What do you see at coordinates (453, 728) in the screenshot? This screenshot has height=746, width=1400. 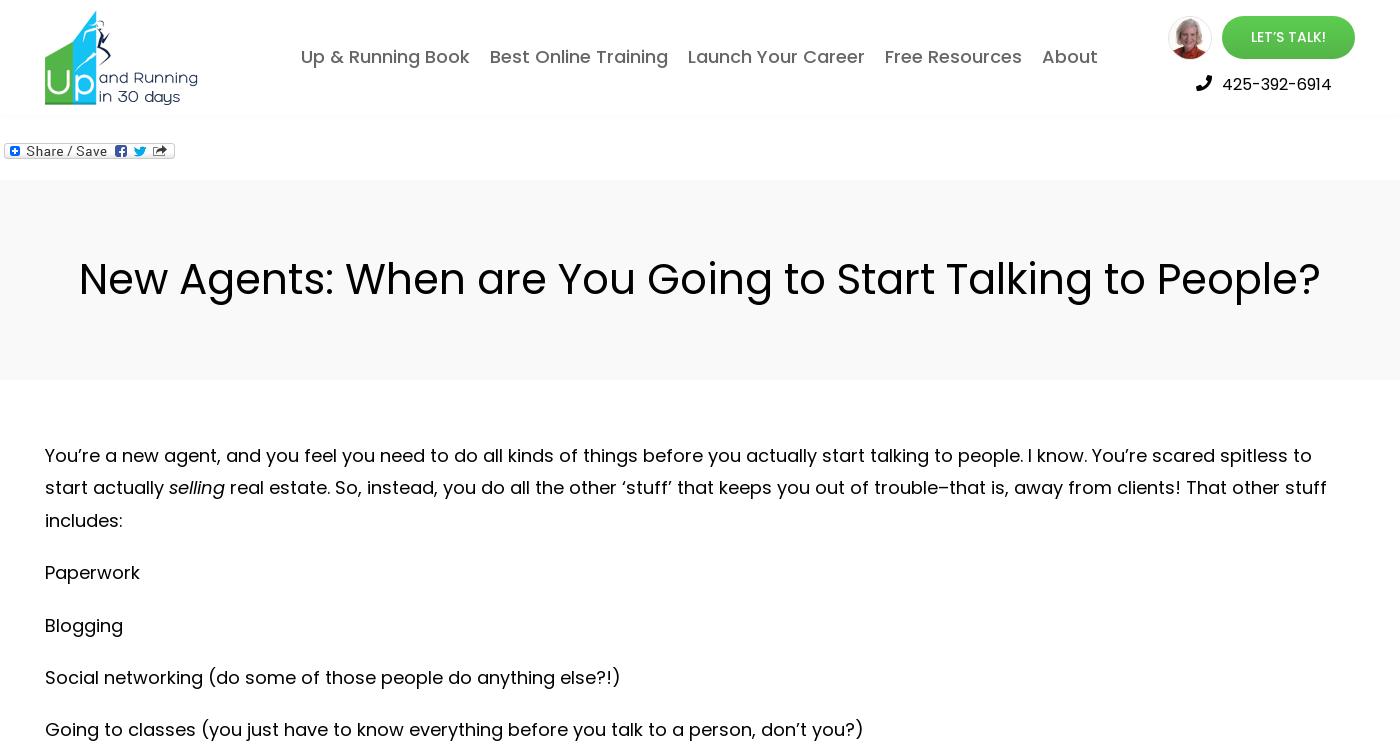 I see `'Going to classes (you just have to know everything before you talk to a person, don’t you?)'` at bounding box center [453, 728].